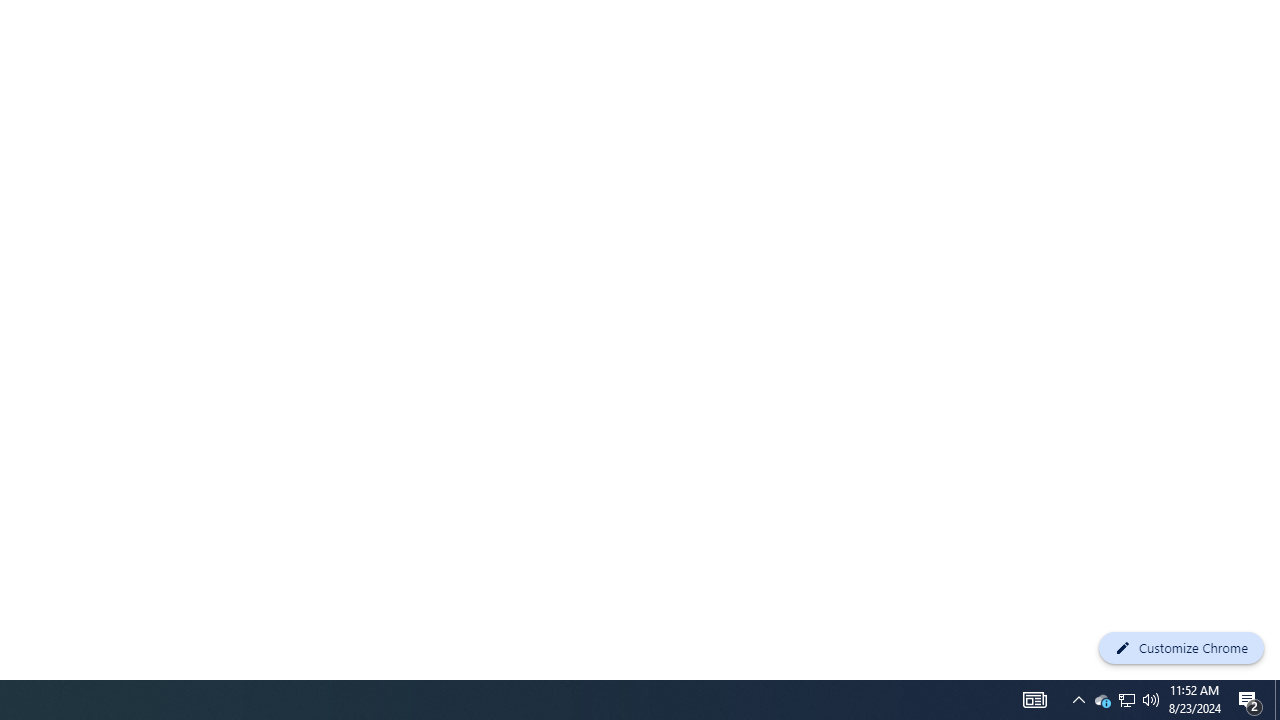 The height and width of the screenshot is (720, 1280). What do you see at coordinates (1181, 648) in the screenshot?
I see `'Customize Chrome'` at bounding box center [1181, 648].